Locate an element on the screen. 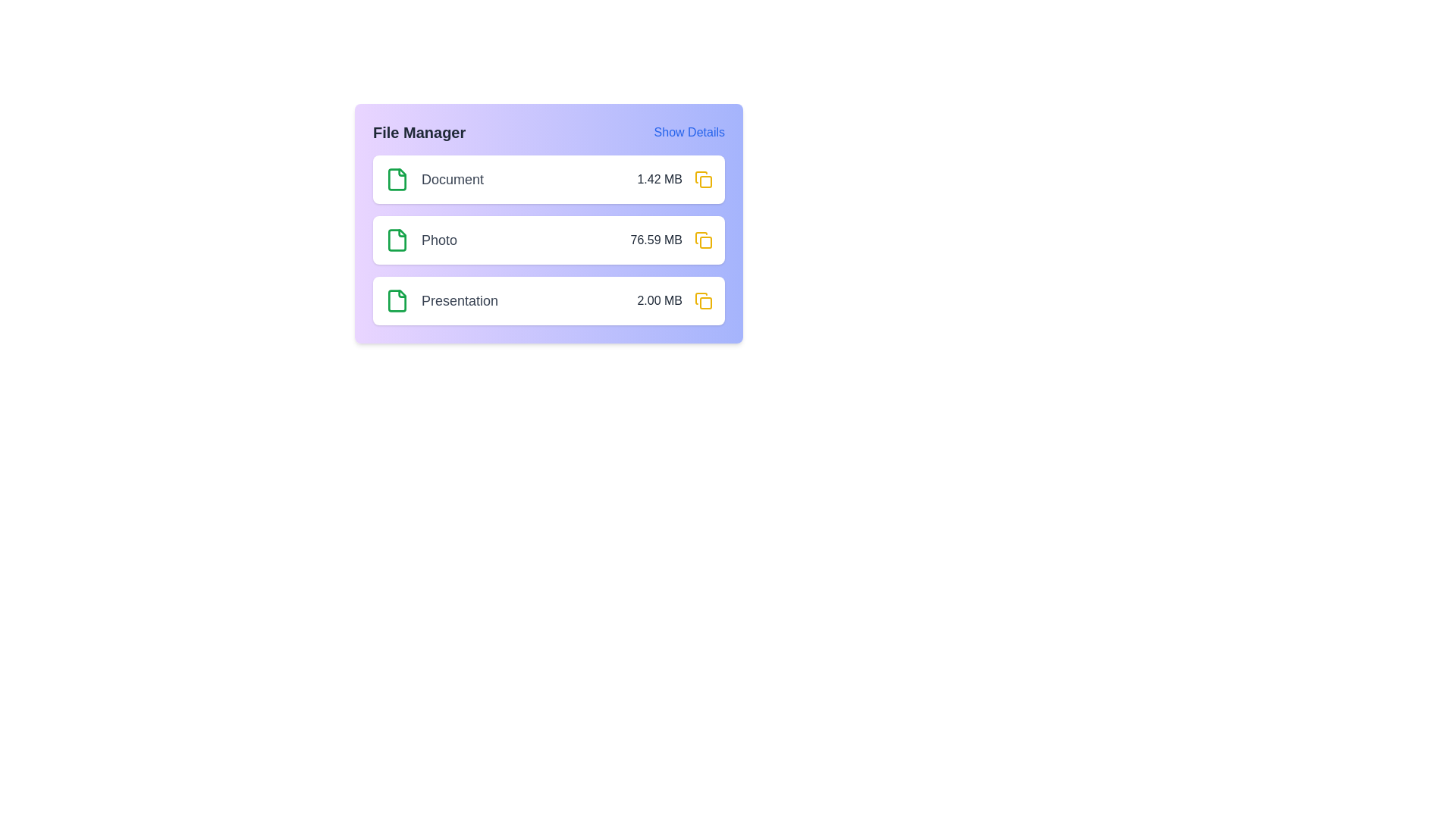 This screenshot has height=819, width=1456. the text label that displays the size of the associated file, located to the right of the 'Document' label in the first row of the file listing interface is located at coordinates (674, 178).